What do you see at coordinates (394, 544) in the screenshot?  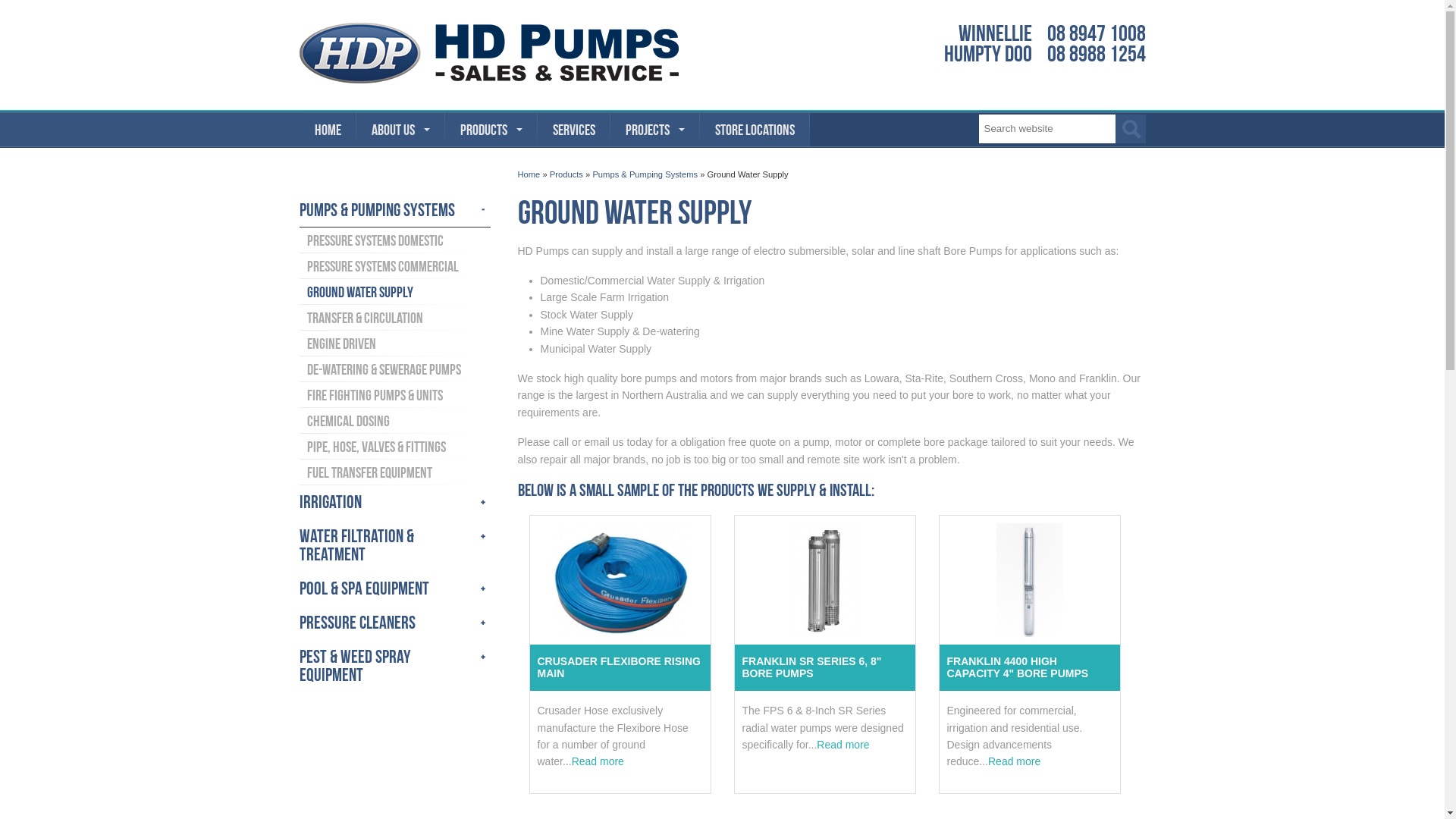 I see `'WATER FILTRATION & TREATMENT'` at bounding box center [394, 544].